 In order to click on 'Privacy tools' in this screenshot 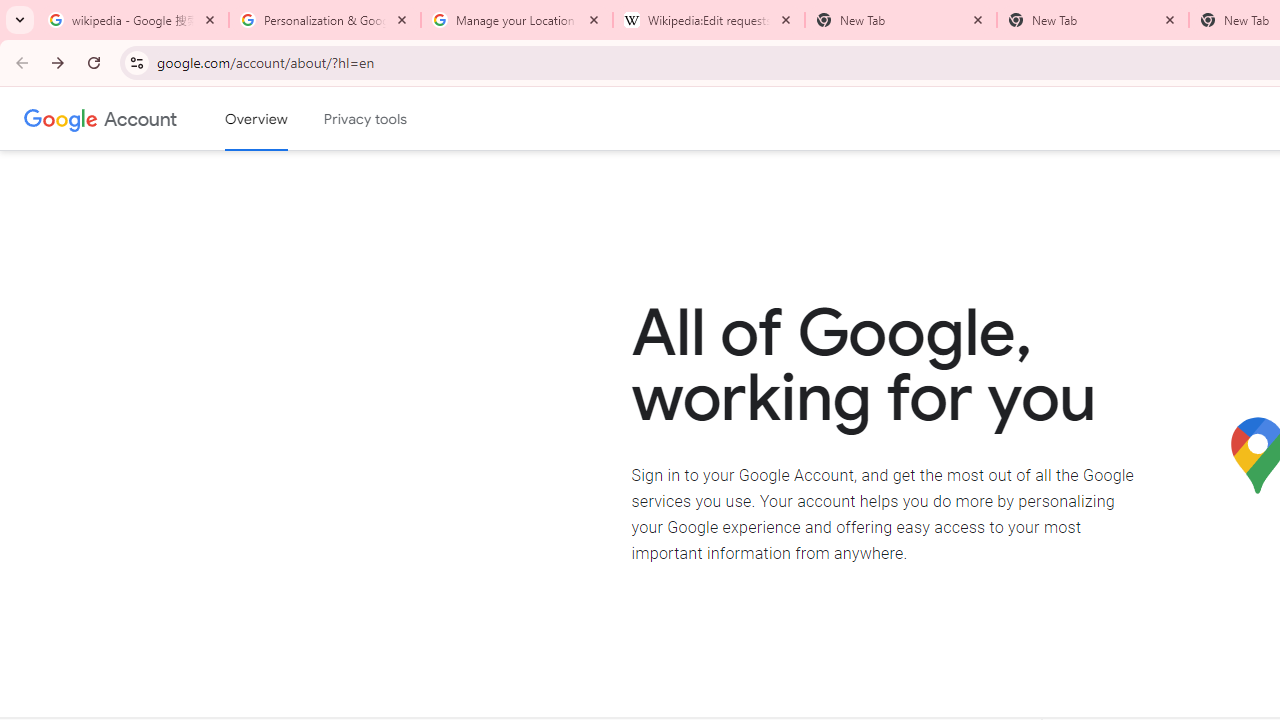, I will do `click(366, 119)`.